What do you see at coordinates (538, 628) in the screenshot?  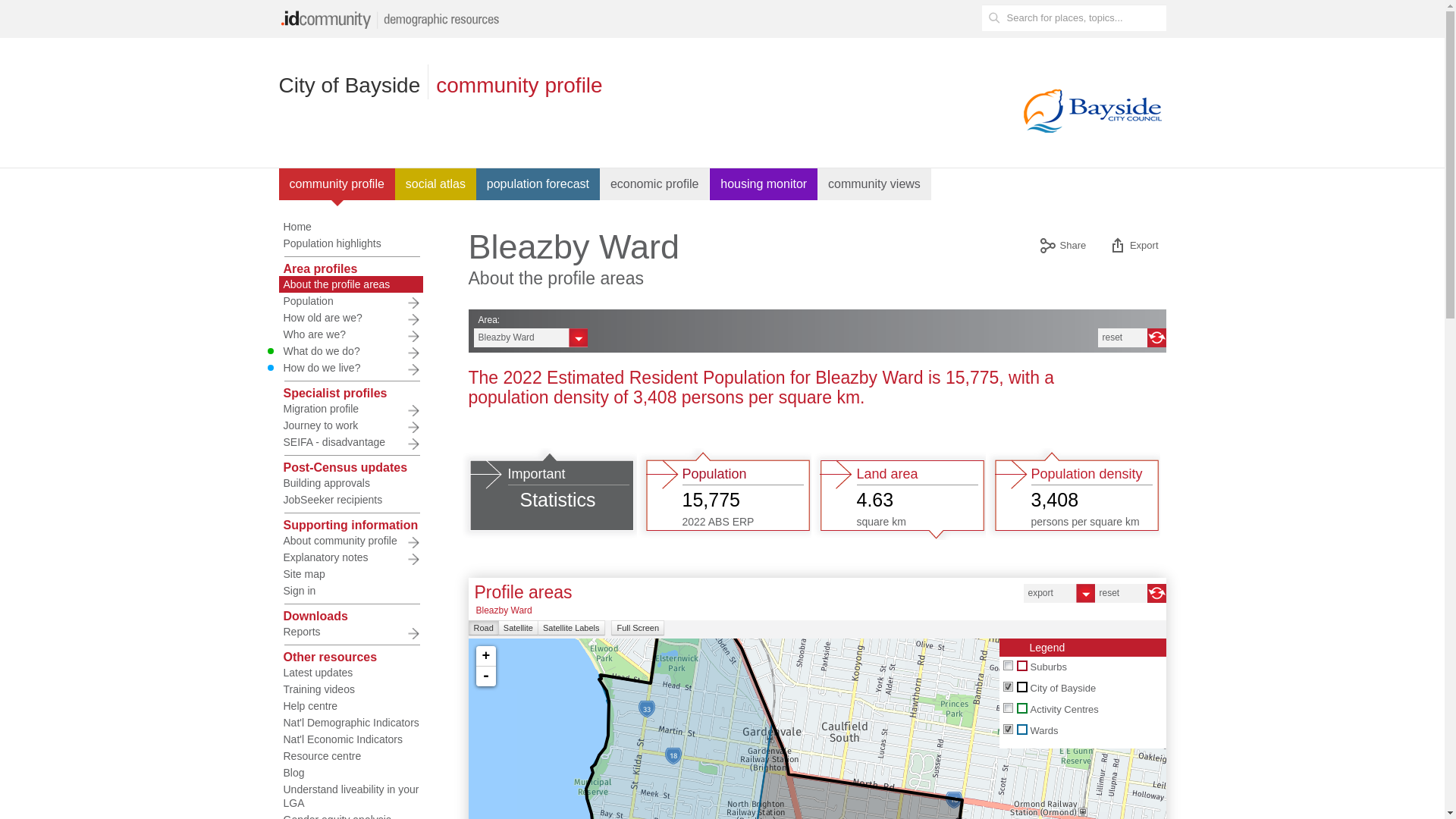 I see `'Satellite Labels'` at bounding box center [538, 628].